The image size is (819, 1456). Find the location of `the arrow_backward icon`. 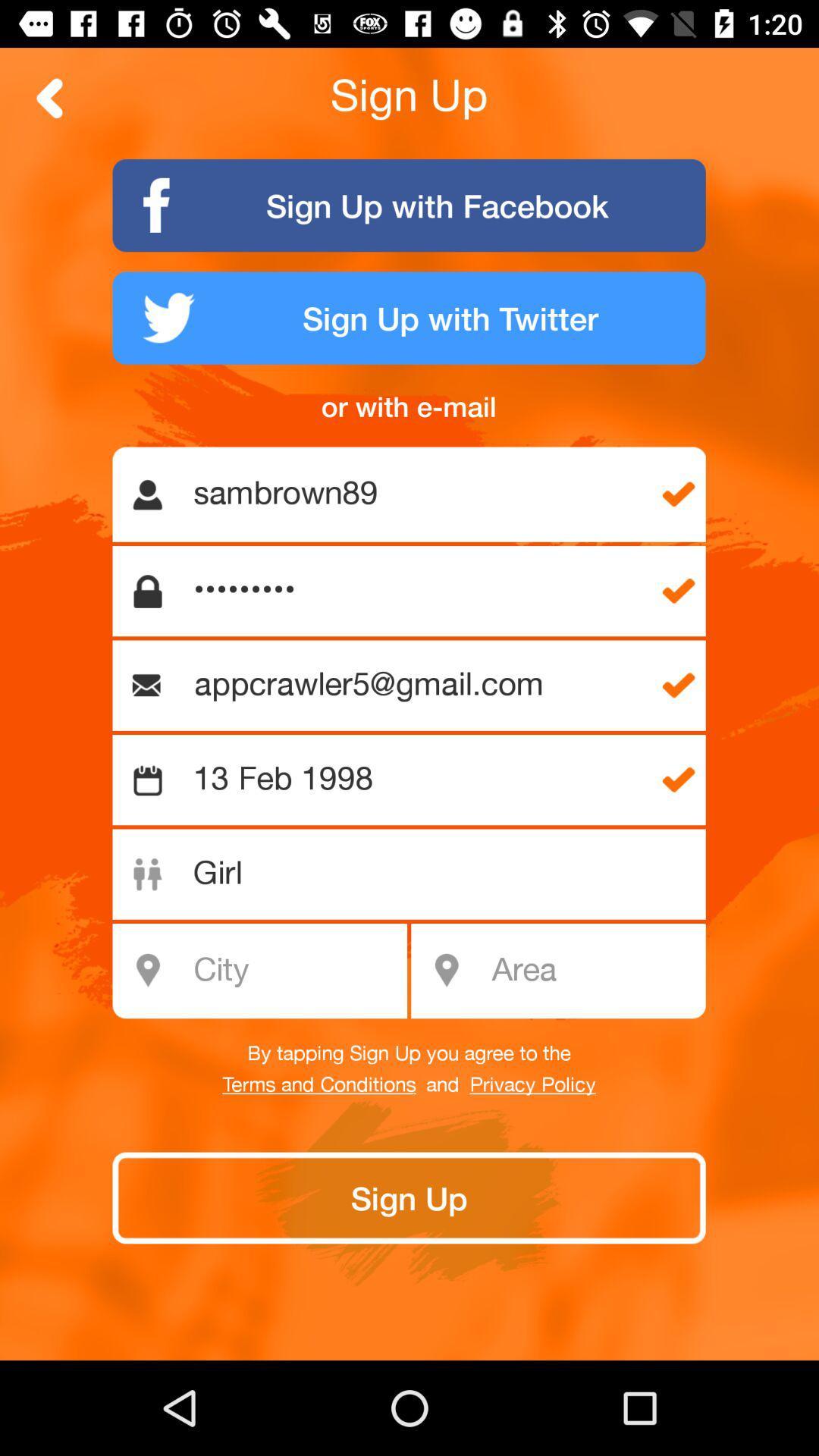

the arrow_backward icon is located at coordinates (49, 97).